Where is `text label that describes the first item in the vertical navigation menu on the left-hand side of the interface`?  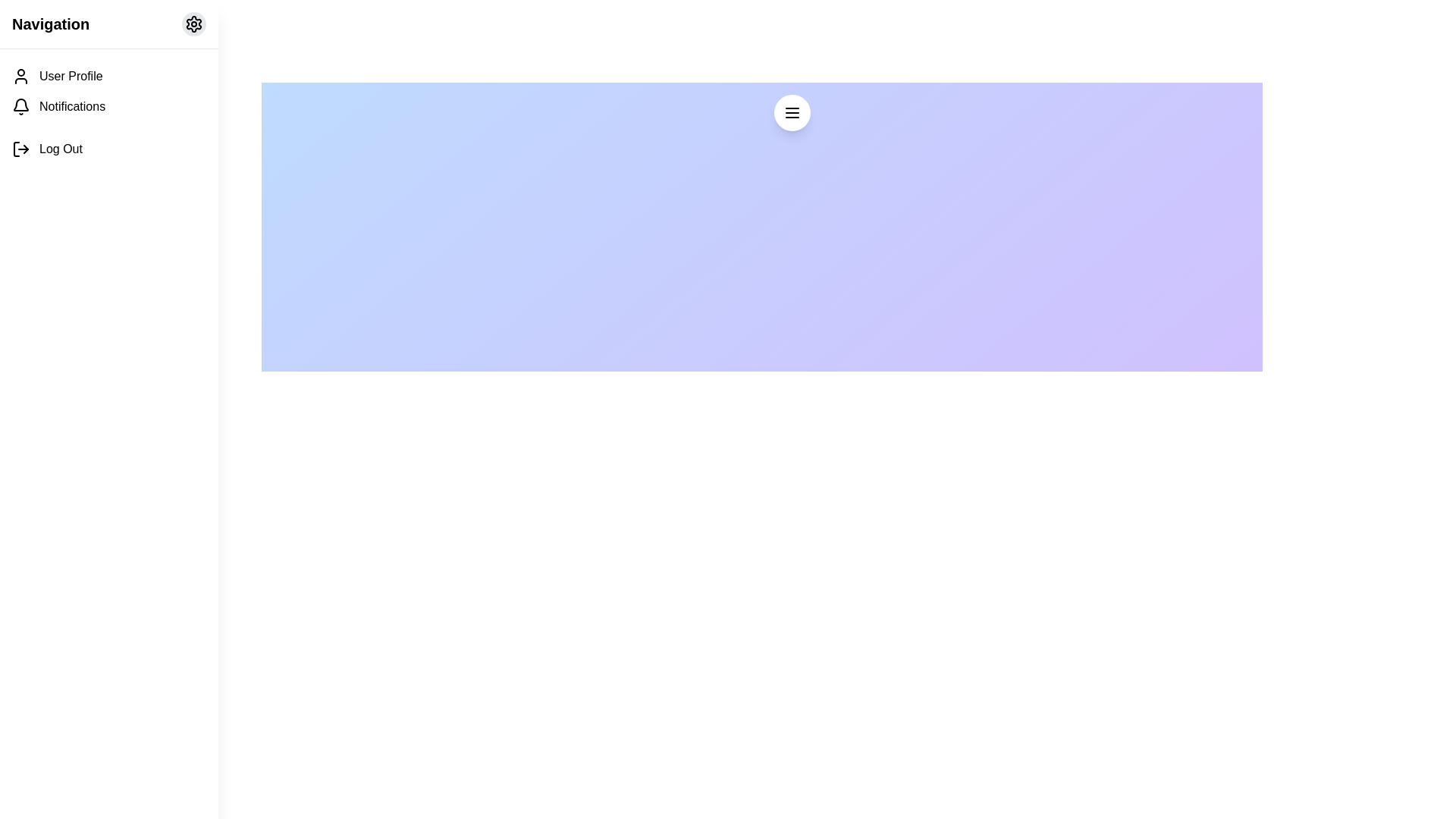
text label that describes the first item in the vertical navigation menu on the left-hand side of the interface is located at coordinates (70, 76).